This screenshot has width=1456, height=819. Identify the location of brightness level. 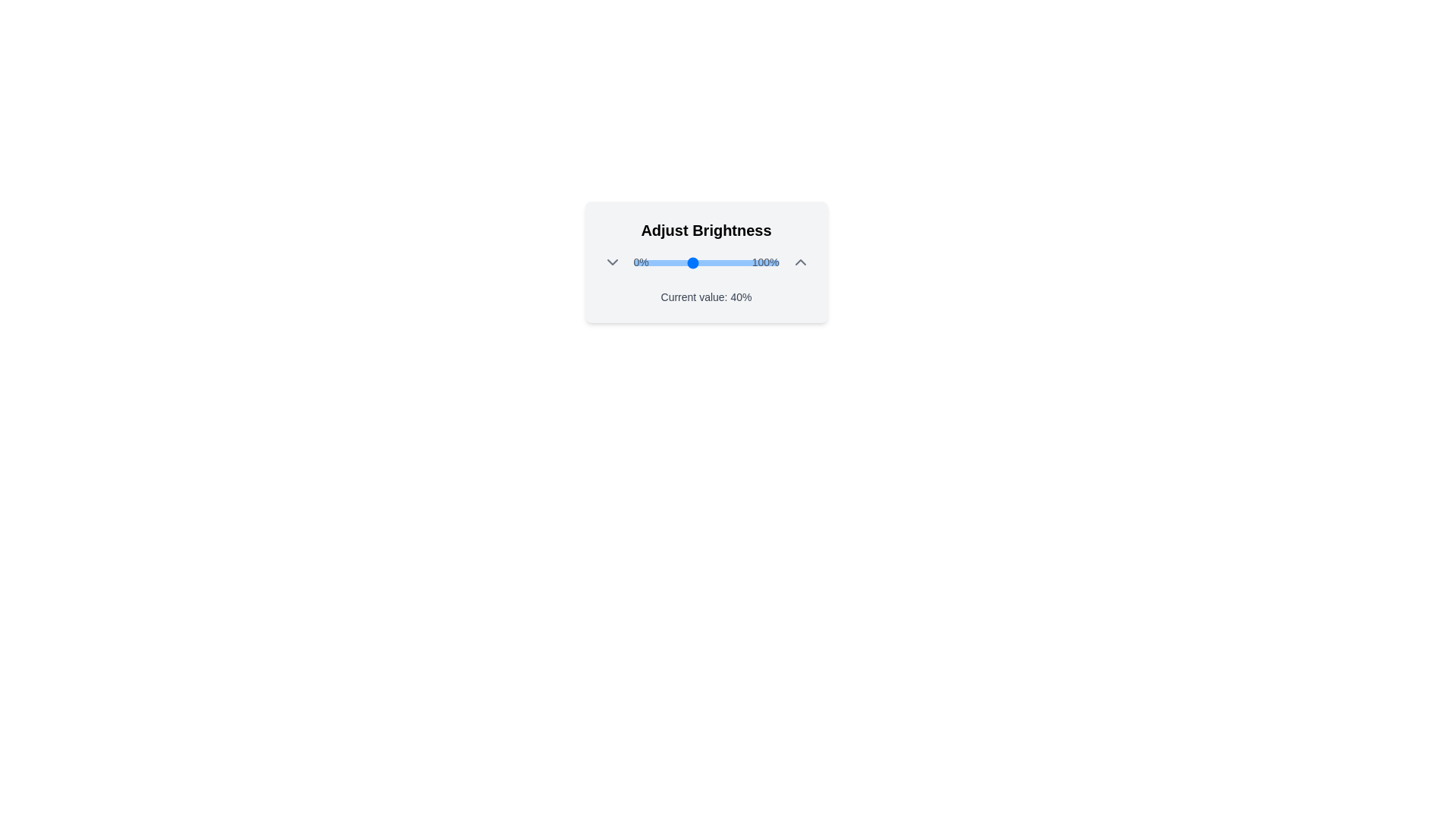
(716, 262).